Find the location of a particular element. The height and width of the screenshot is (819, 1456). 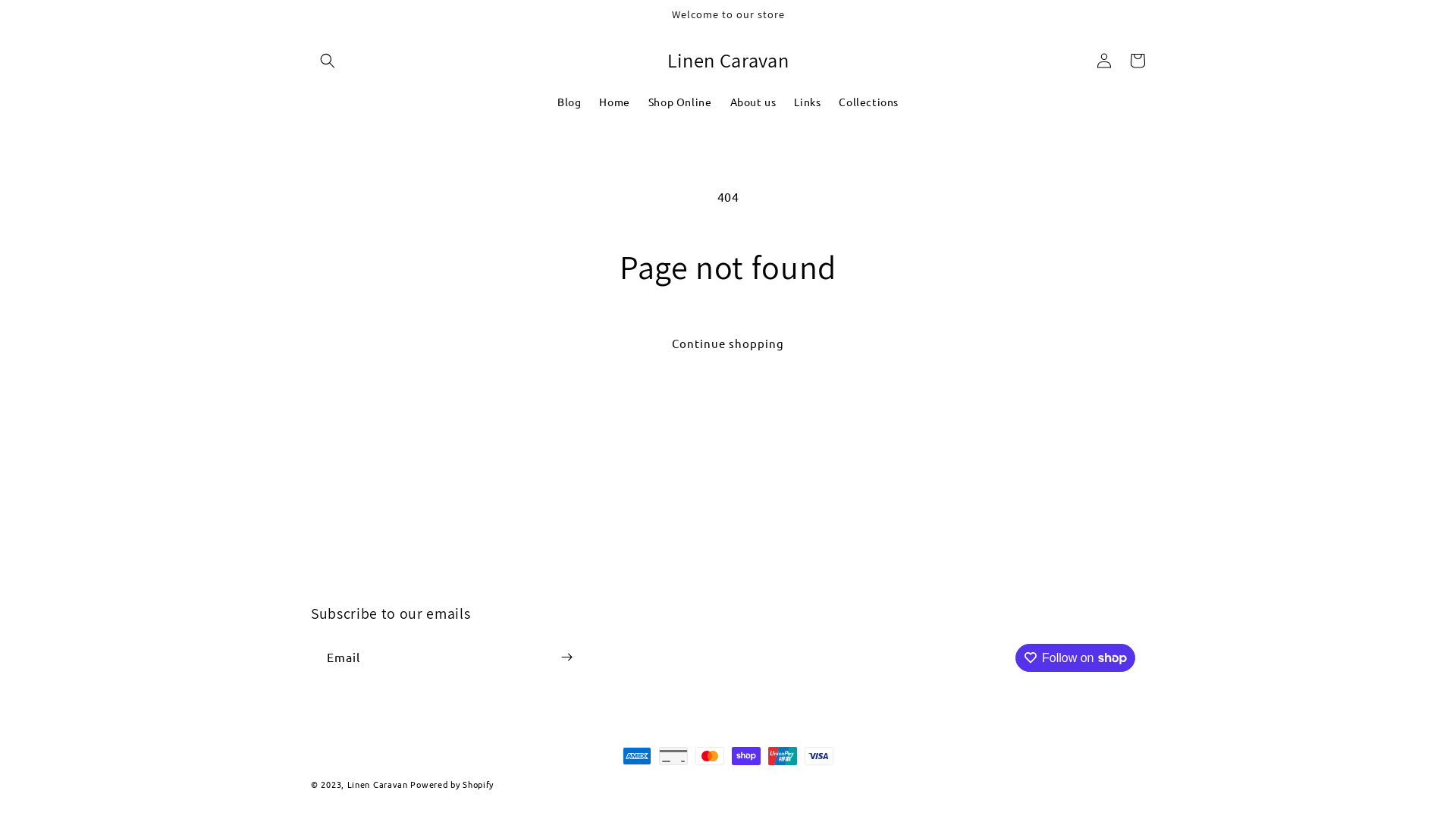

'Continue shopping' is located at coordinates (728, 344).